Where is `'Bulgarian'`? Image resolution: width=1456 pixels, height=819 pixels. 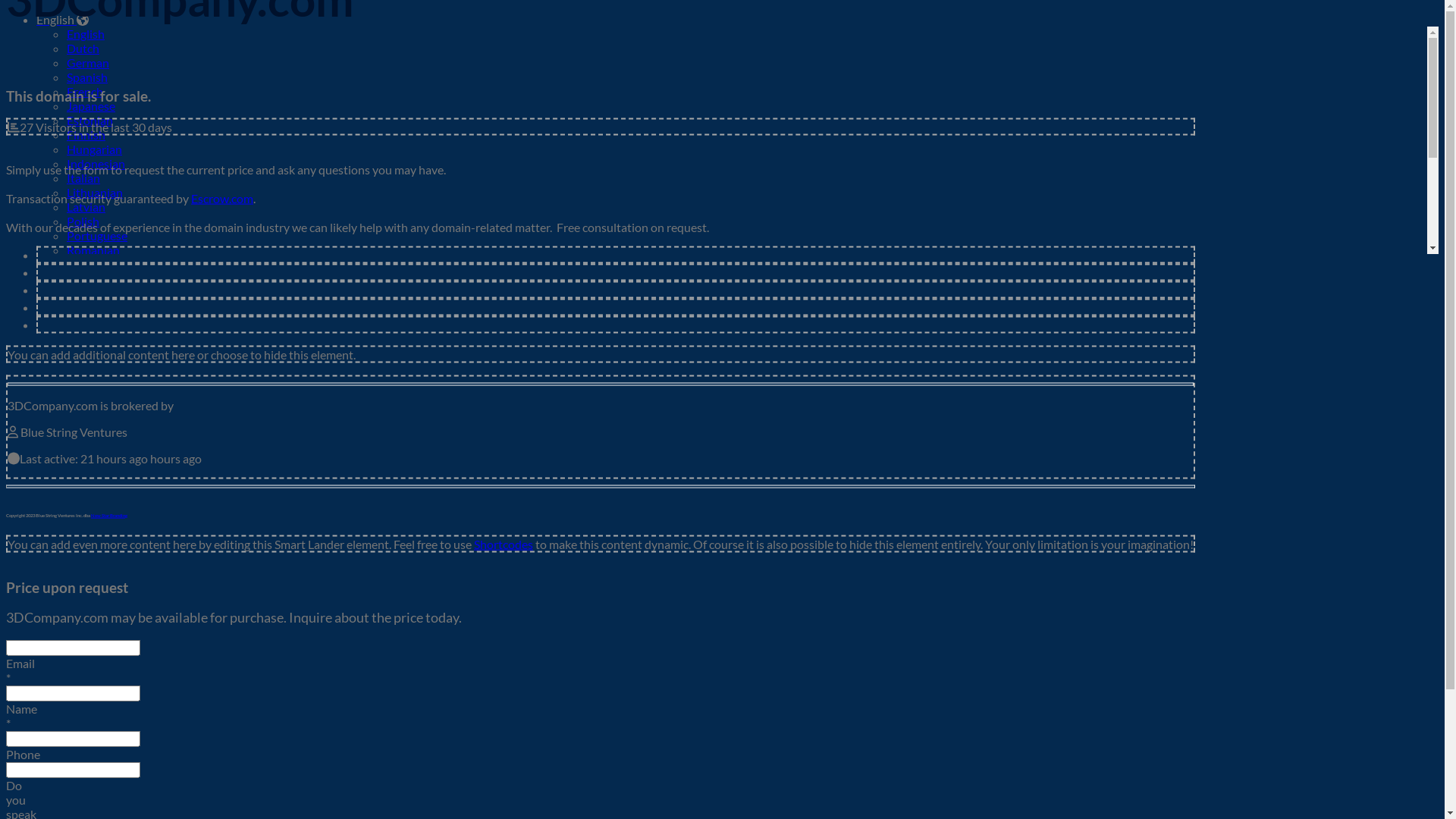 'Bulgarian' is located at coordinates (65, 365).